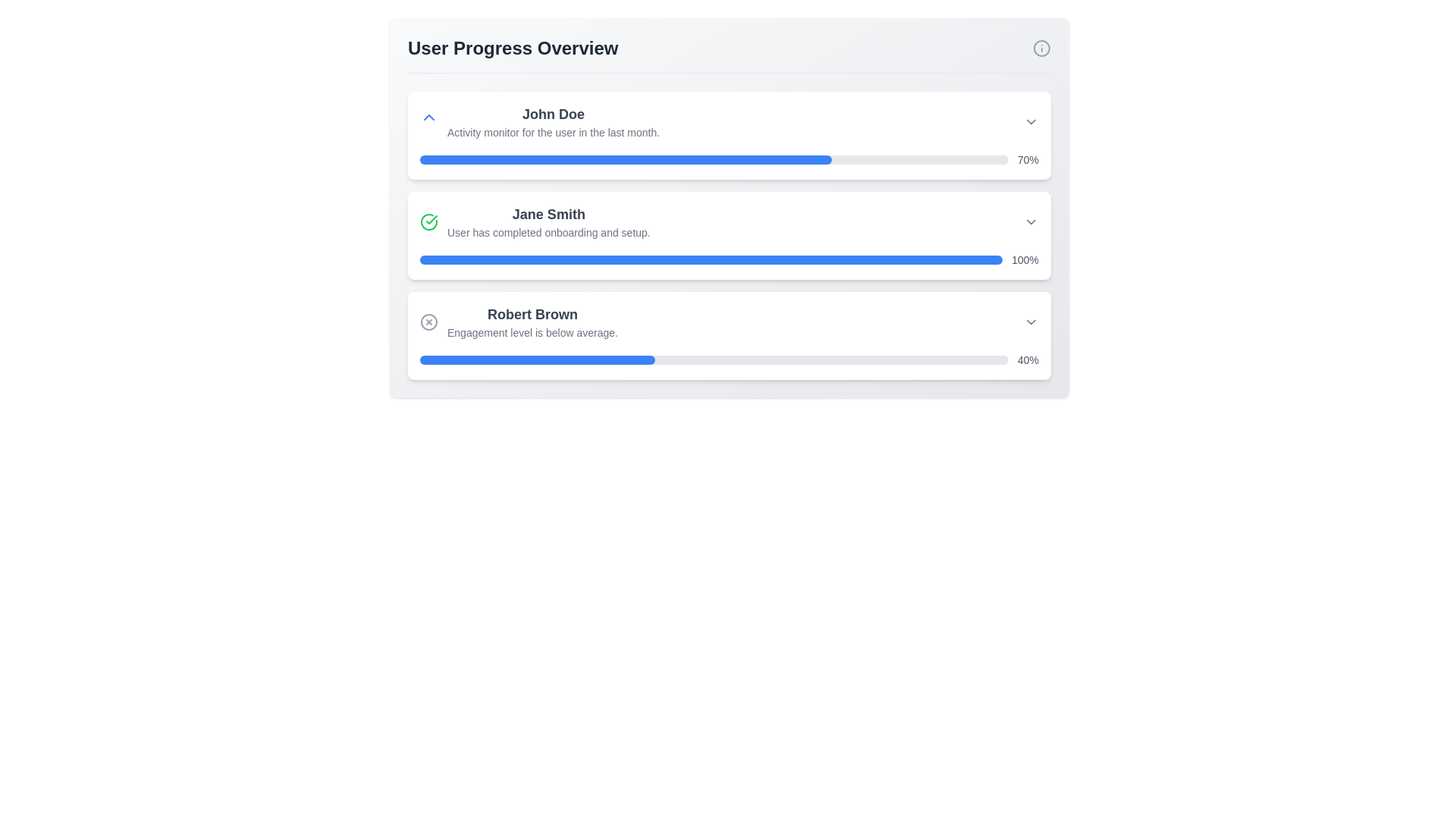  I want to click on the small blue chevron icon pointing upwards located to the left of the text 'John Doe' in the user progress overview section, so click(428, 119).